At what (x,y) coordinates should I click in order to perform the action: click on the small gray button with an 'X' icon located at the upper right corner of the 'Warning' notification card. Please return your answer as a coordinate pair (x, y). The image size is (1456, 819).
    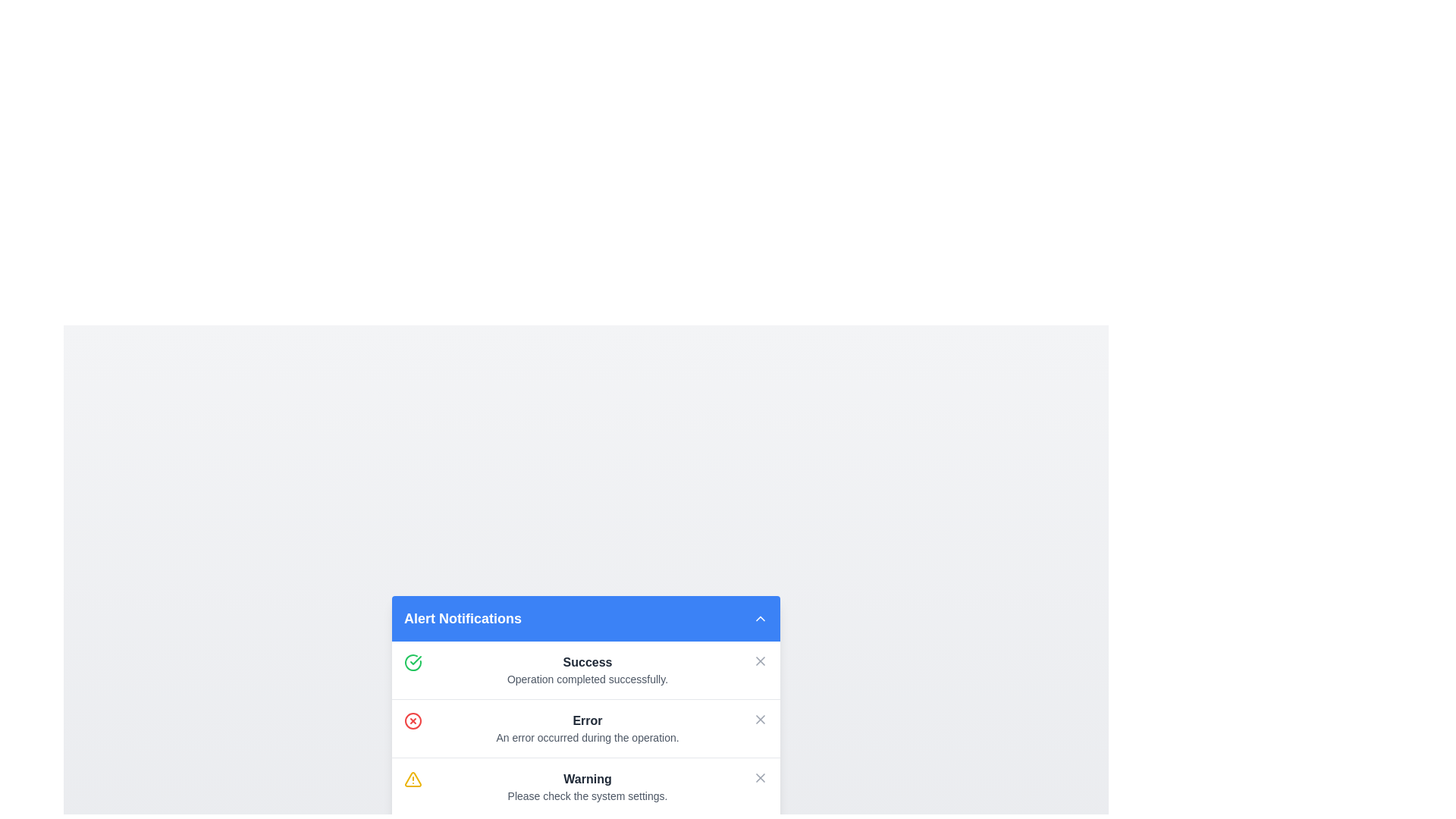
    Looking at the image, I should click on (761, 777).